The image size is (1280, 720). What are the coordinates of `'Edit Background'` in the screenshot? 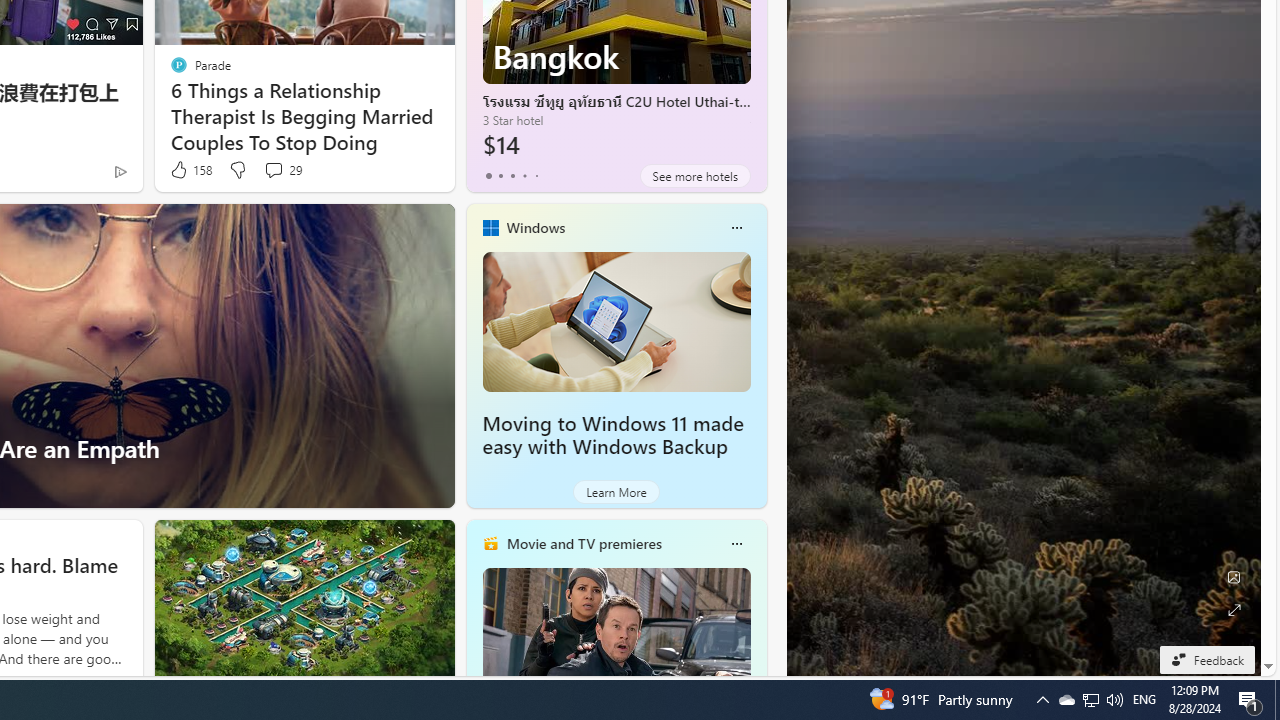 It's located at (1232, 577).